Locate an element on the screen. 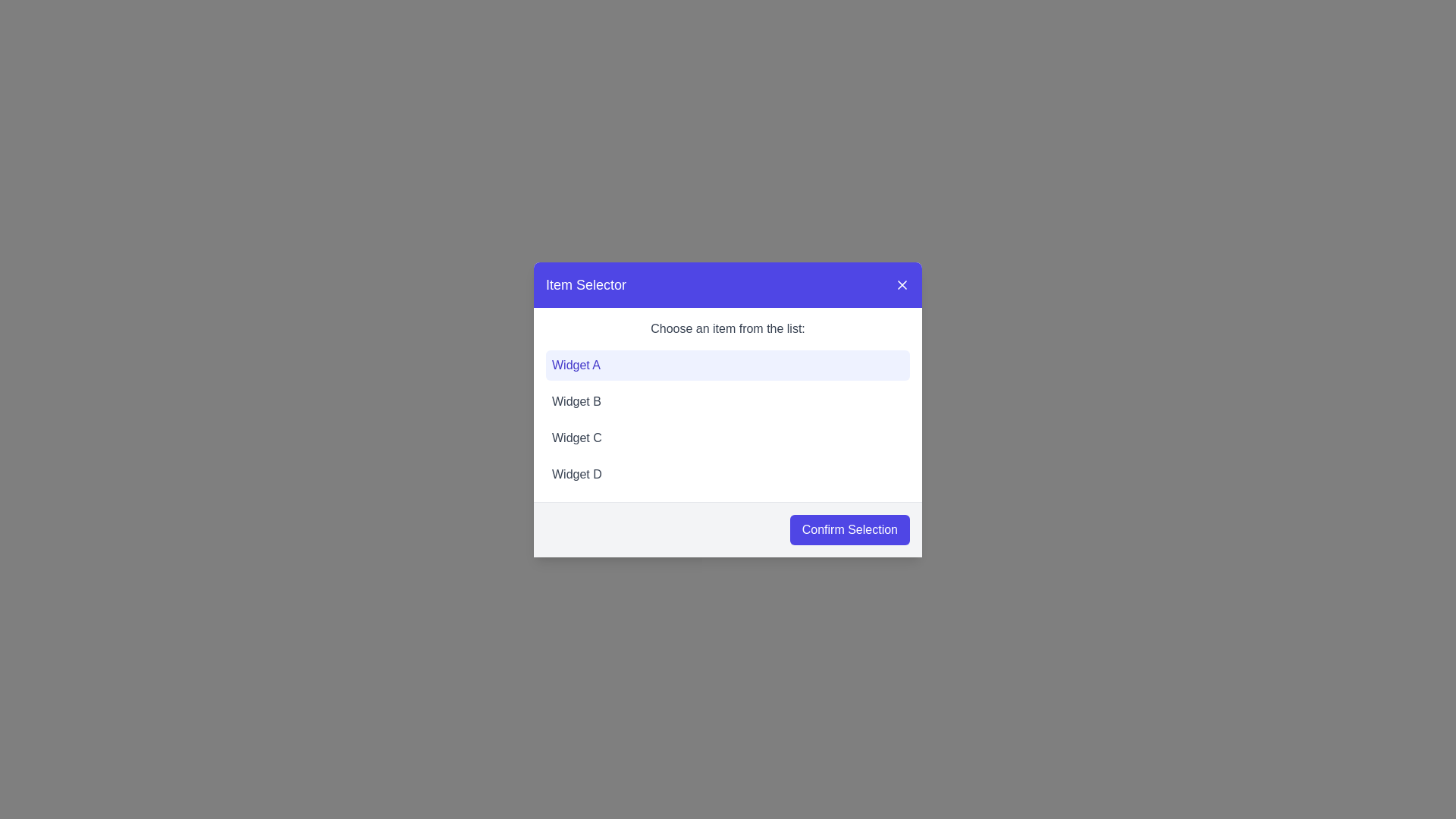 Image resolution: width=1456 pixels, height=819 pixels. the button is located at coordinates (728, 365).